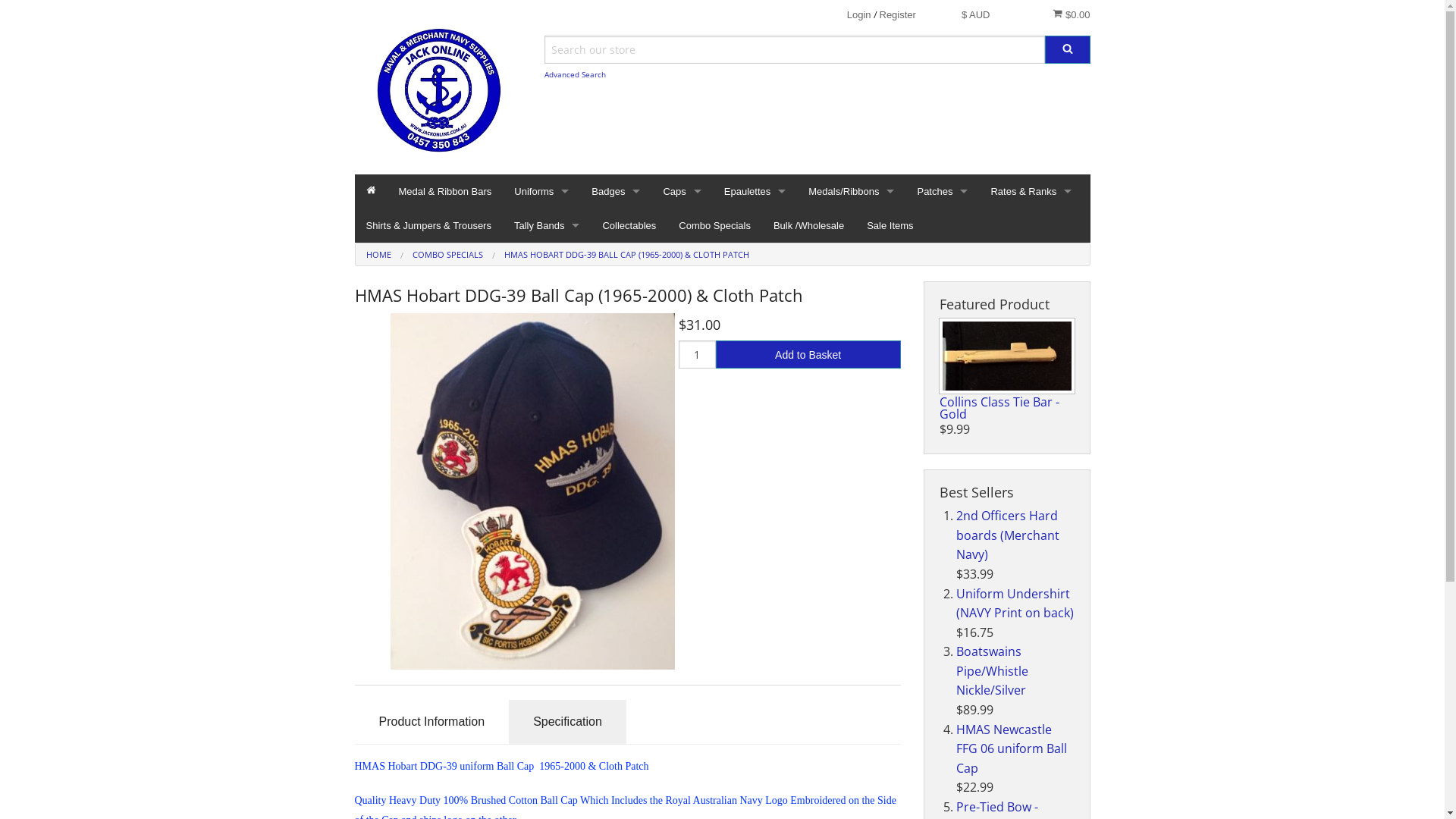 Image resolution: width=1456 pixels, height=819 pixels. What do you see at coordinates (796, 190) in the screenshot?
I see `'Medals/Ribbons'` at bounding box center [796, 190].